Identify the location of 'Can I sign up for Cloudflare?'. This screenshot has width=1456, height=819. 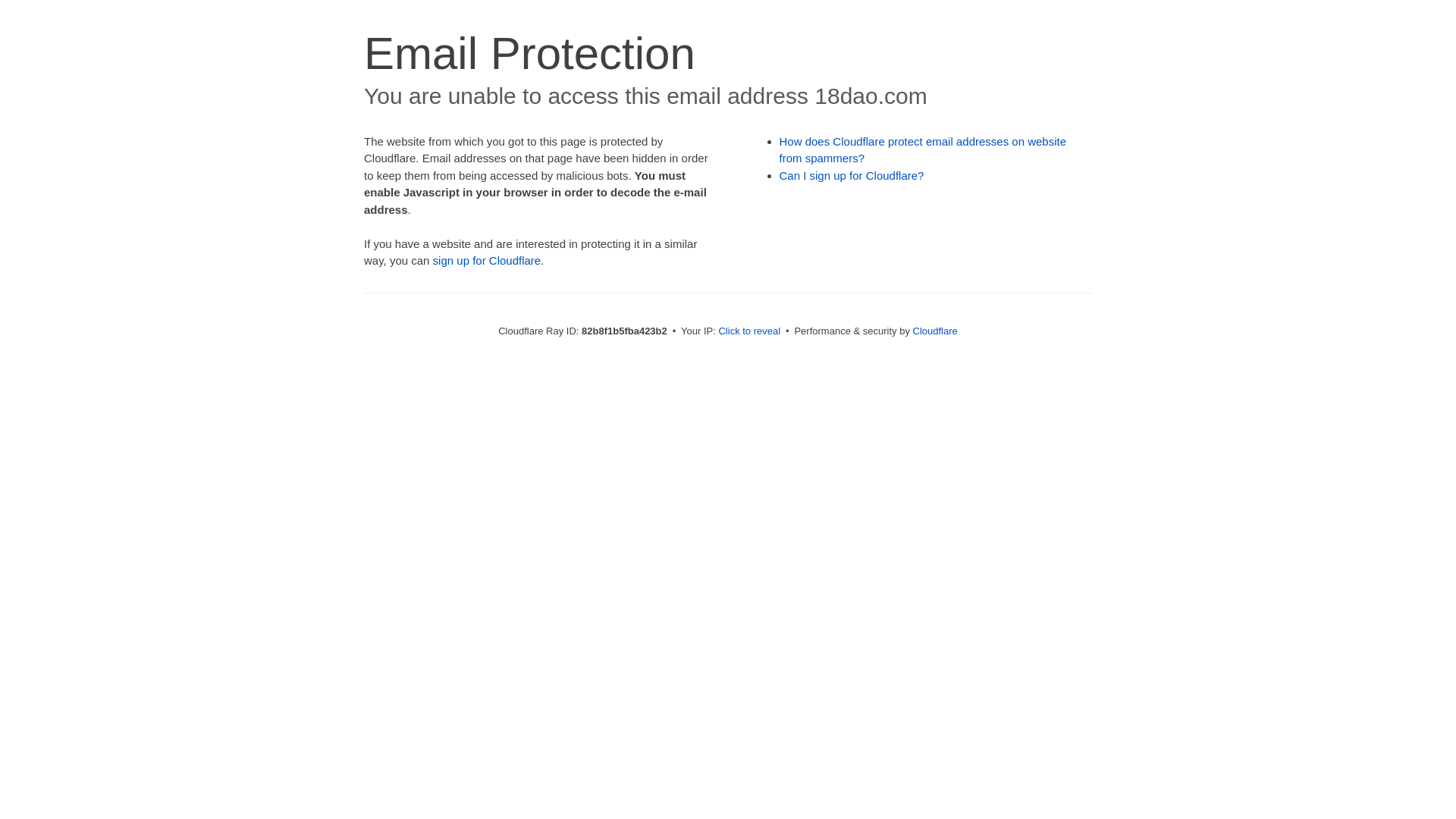
(852, 174).